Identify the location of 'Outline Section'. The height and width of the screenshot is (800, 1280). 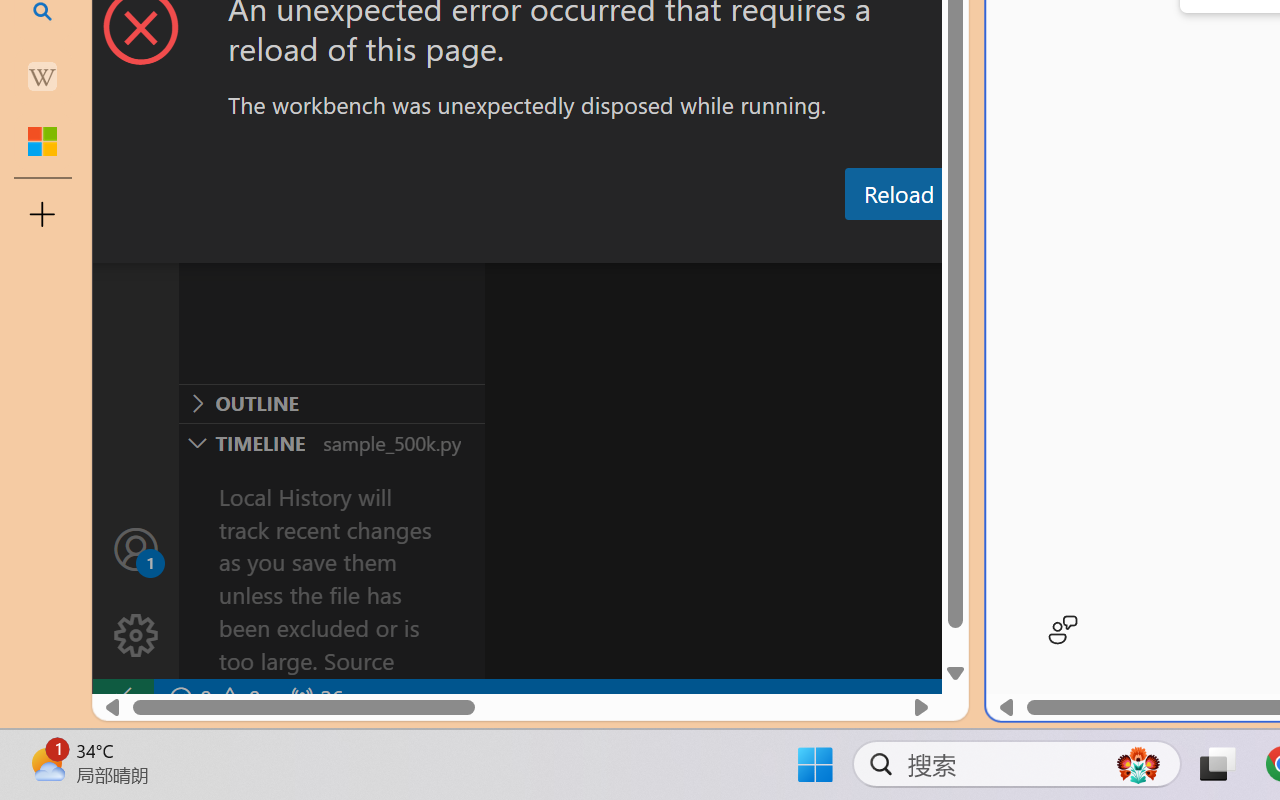
(331, 403).